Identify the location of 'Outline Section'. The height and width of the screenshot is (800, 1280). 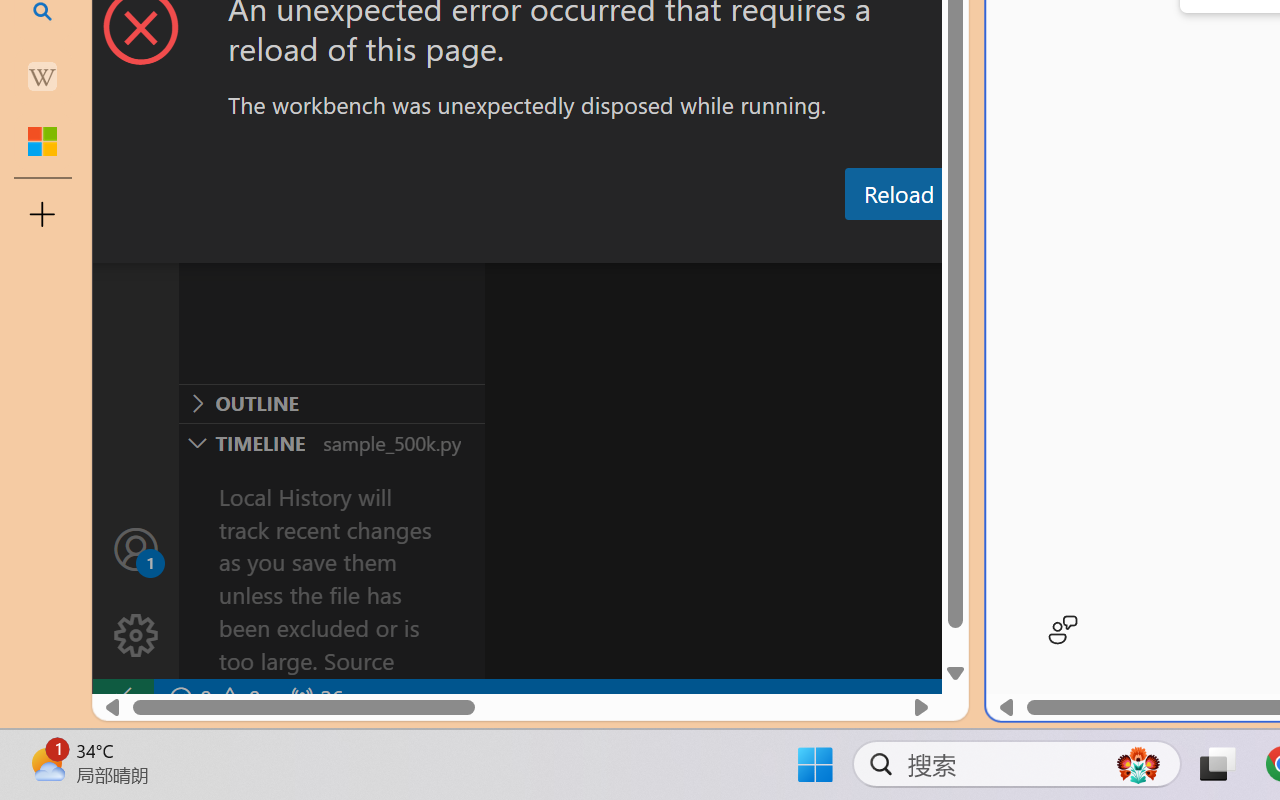
(331, 403).